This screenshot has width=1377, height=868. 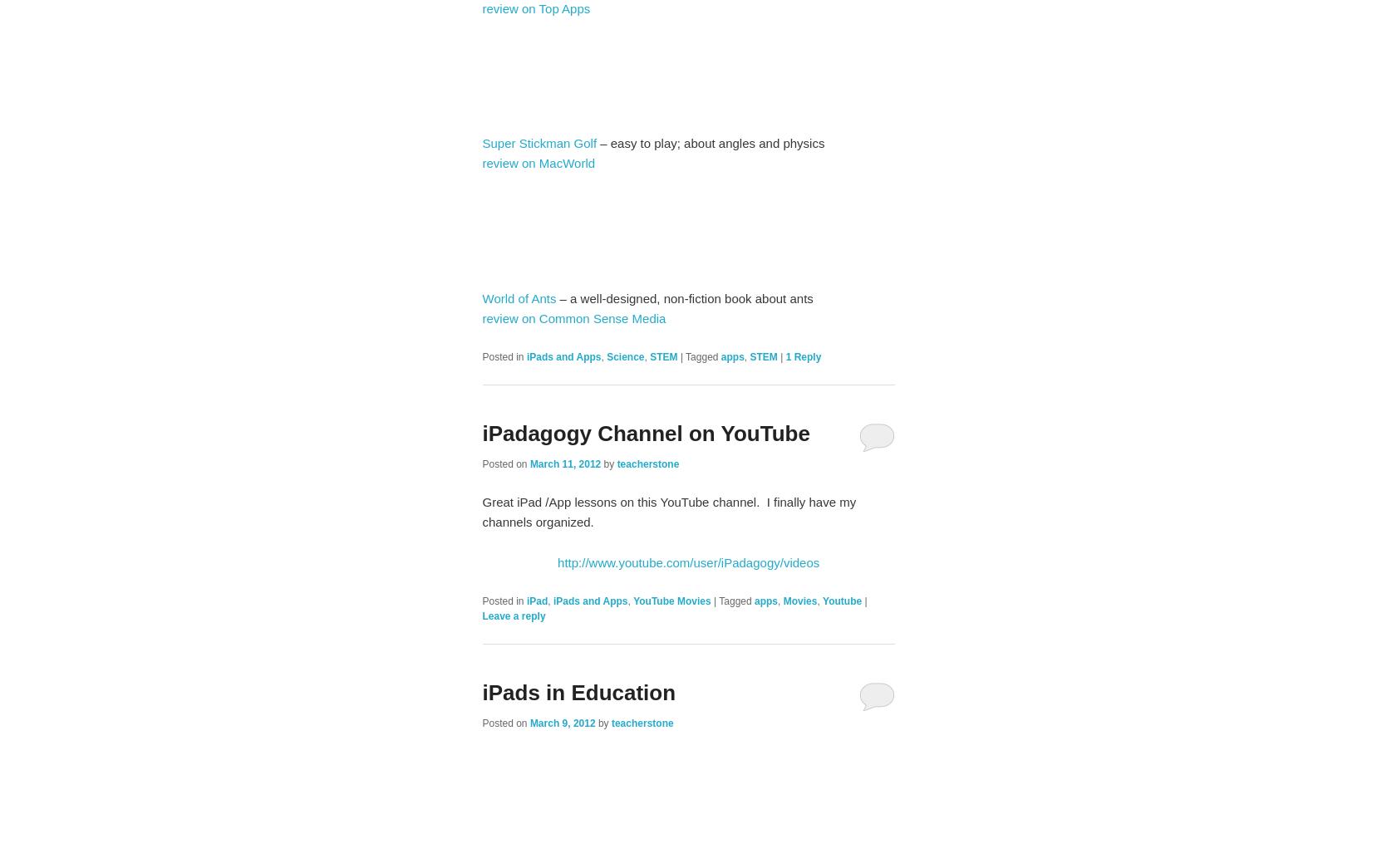 I want to click on 'Reply', so click(x=790, y=356).